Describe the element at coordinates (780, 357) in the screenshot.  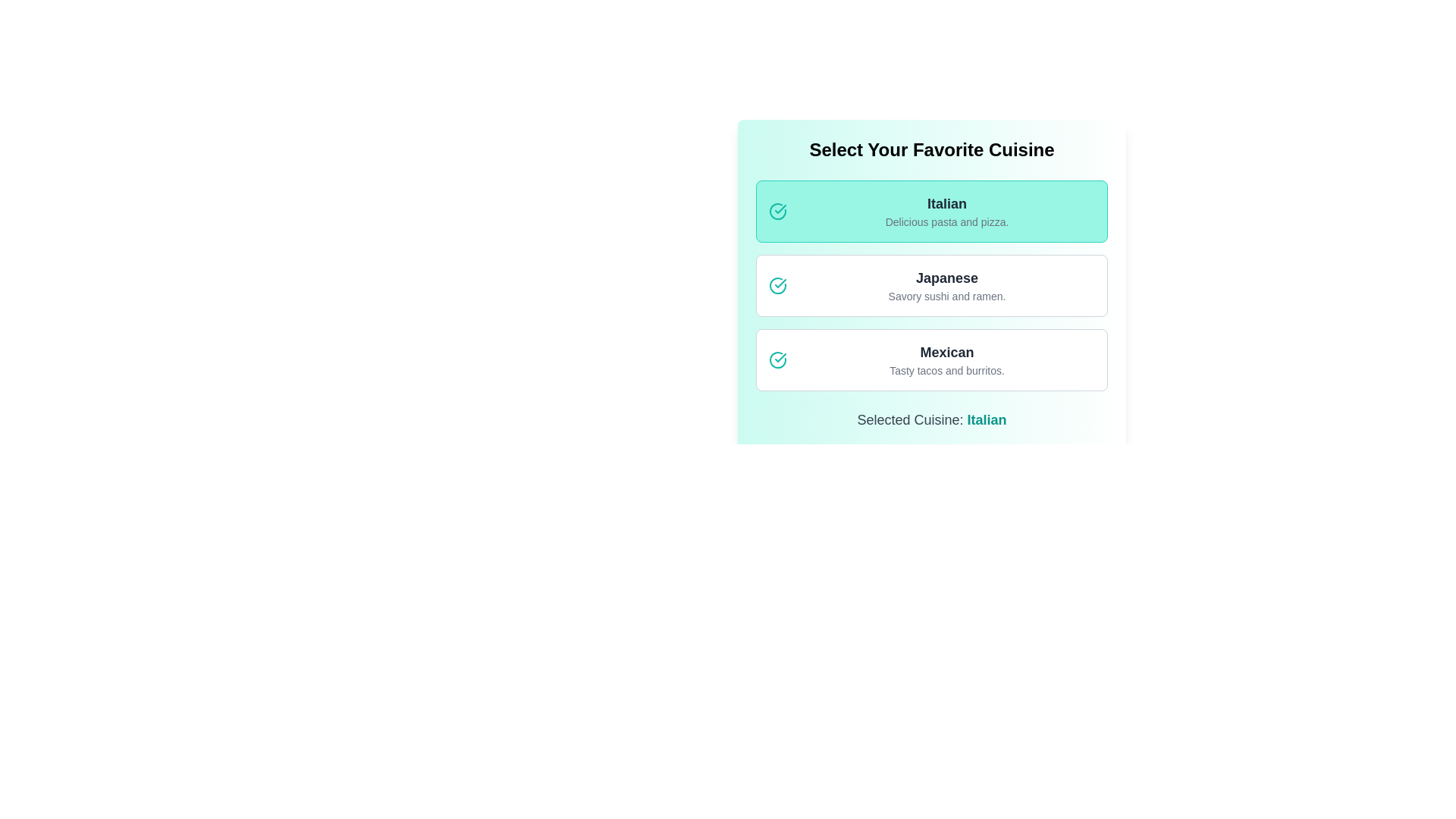
I see `the circular icon to the left of the 'Japanese' cuisine option` at that location.